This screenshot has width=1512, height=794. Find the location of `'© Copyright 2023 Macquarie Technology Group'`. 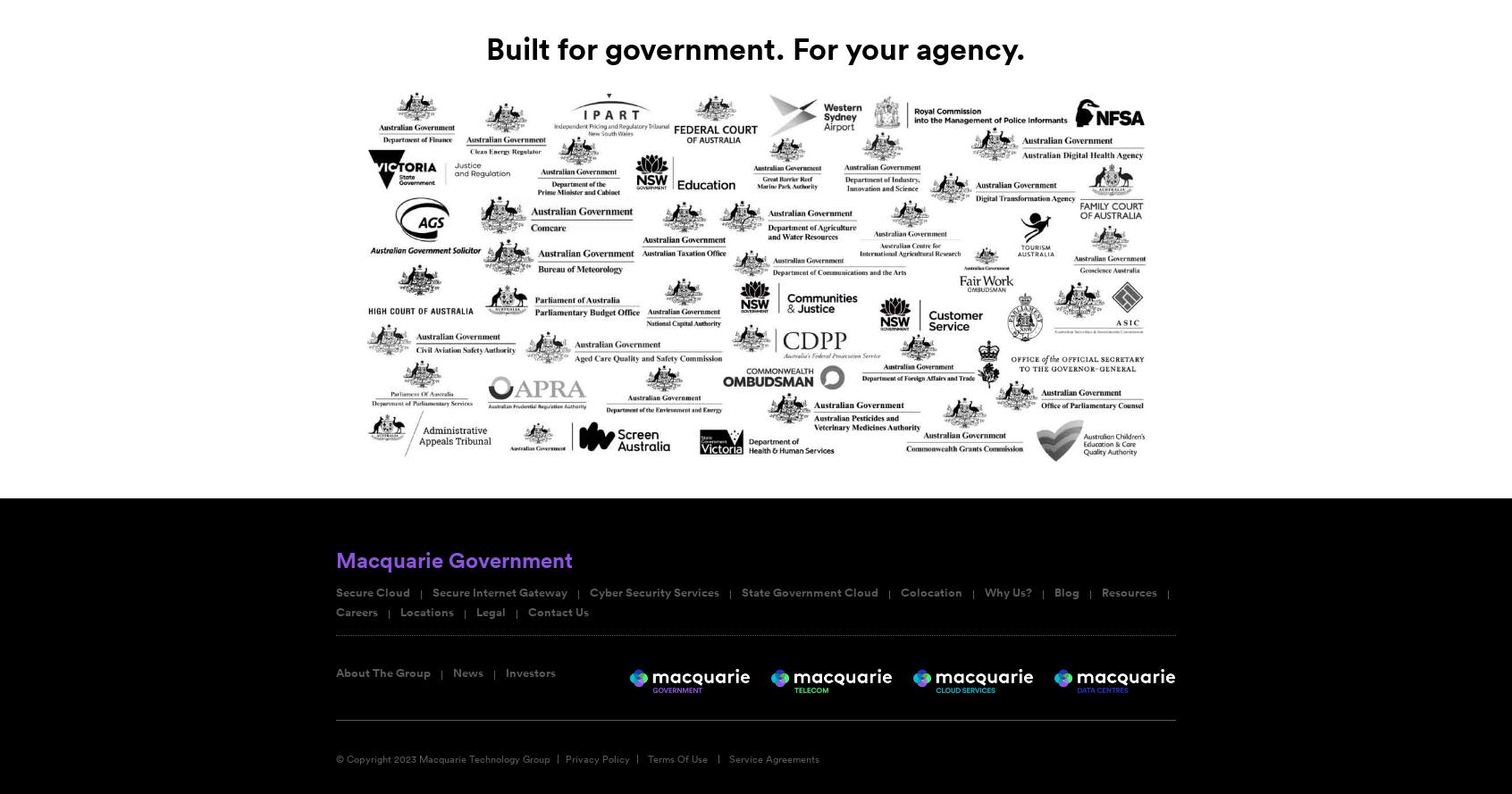

'© Copyright 2023 Macquarie Technology Group' is located at coordinates (335, 757).